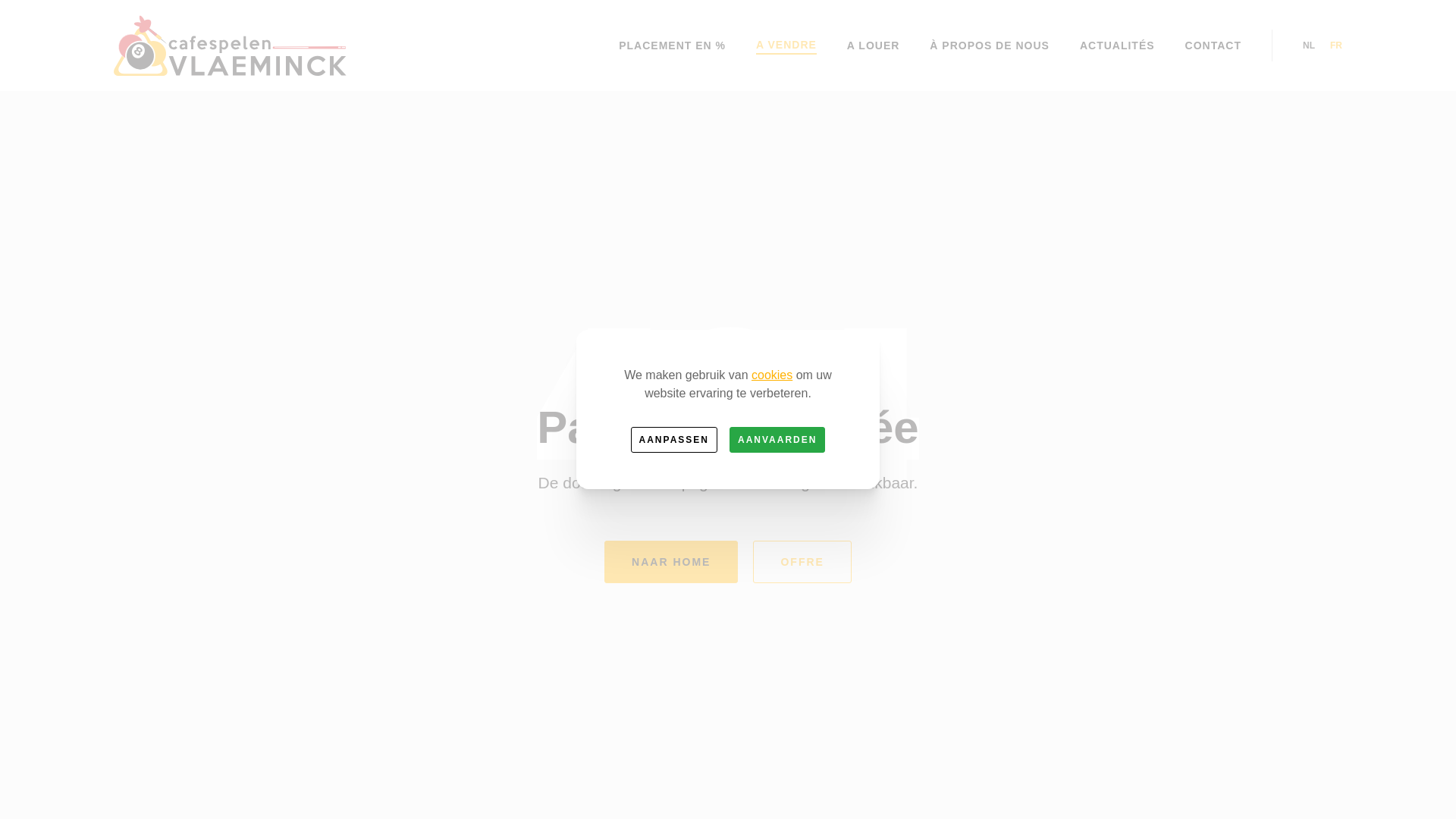  I want to click on 'OFFRE', so click(801, 561).